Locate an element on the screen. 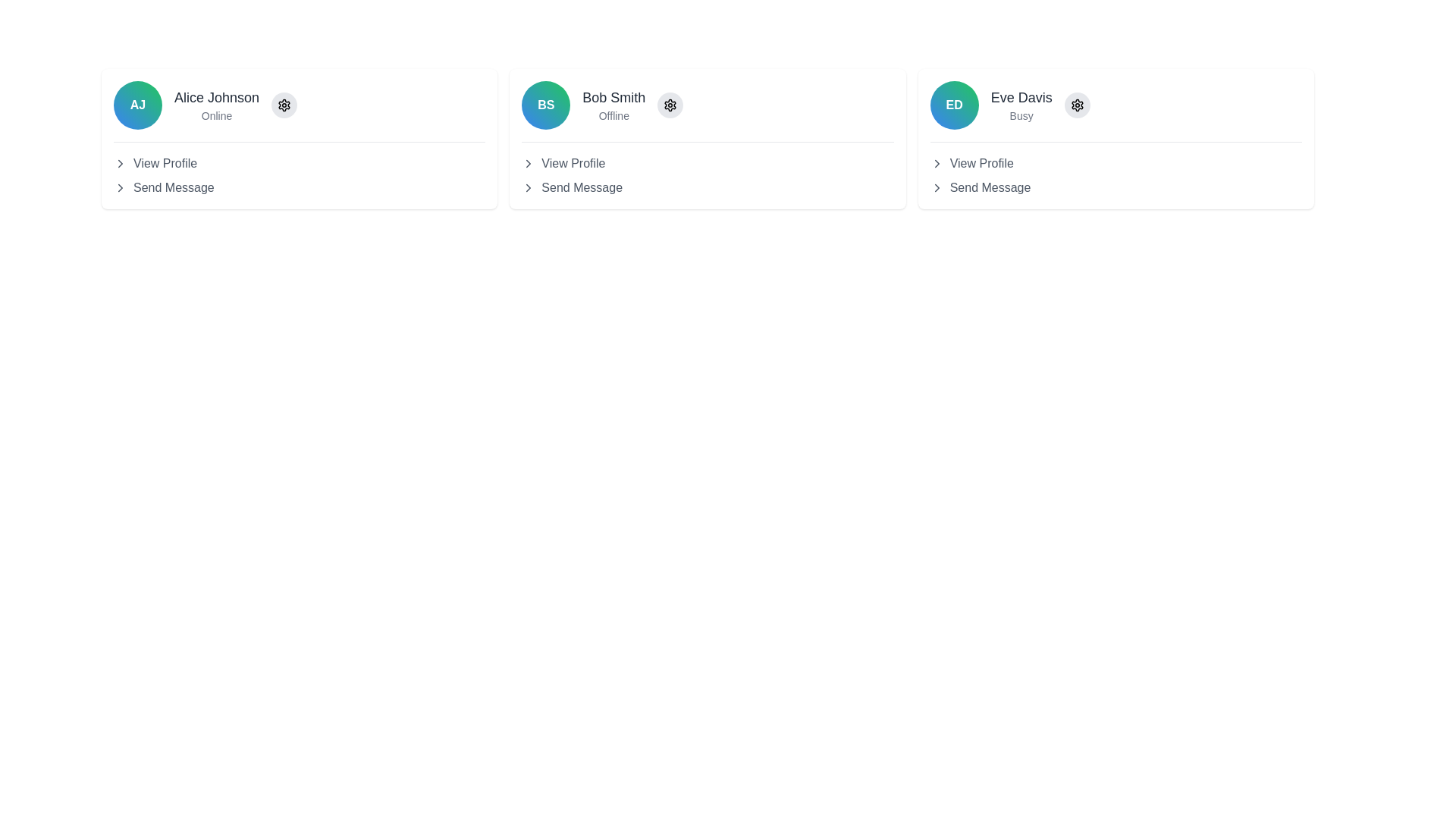  the 'View Profile' option in the list of actionable items located under the 'Alice Johnson' profile card is located at coordinates (300, 174).